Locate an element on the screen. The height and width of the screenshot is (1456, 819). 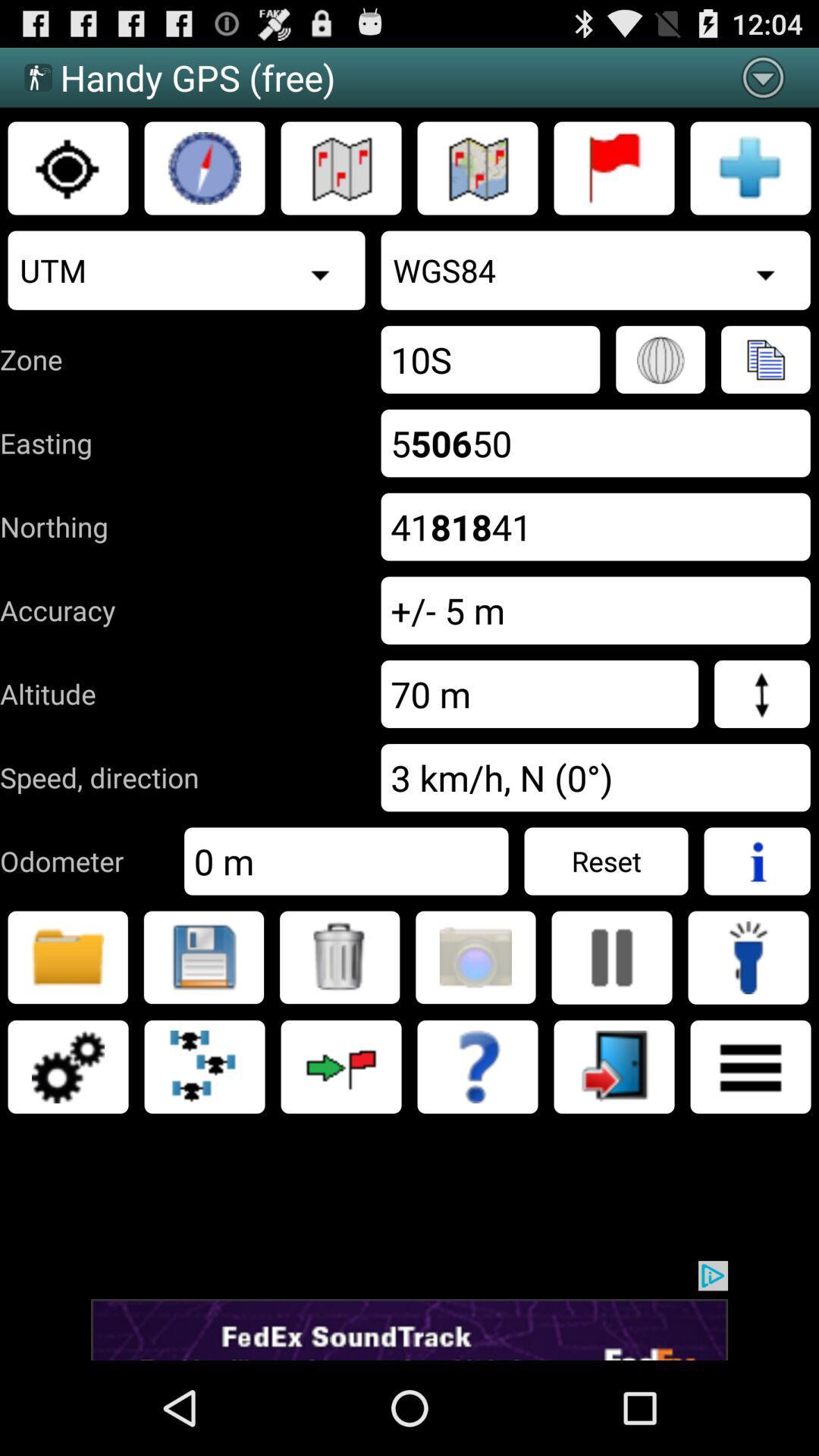
the menu icon is located at coordinates (751, 1141).